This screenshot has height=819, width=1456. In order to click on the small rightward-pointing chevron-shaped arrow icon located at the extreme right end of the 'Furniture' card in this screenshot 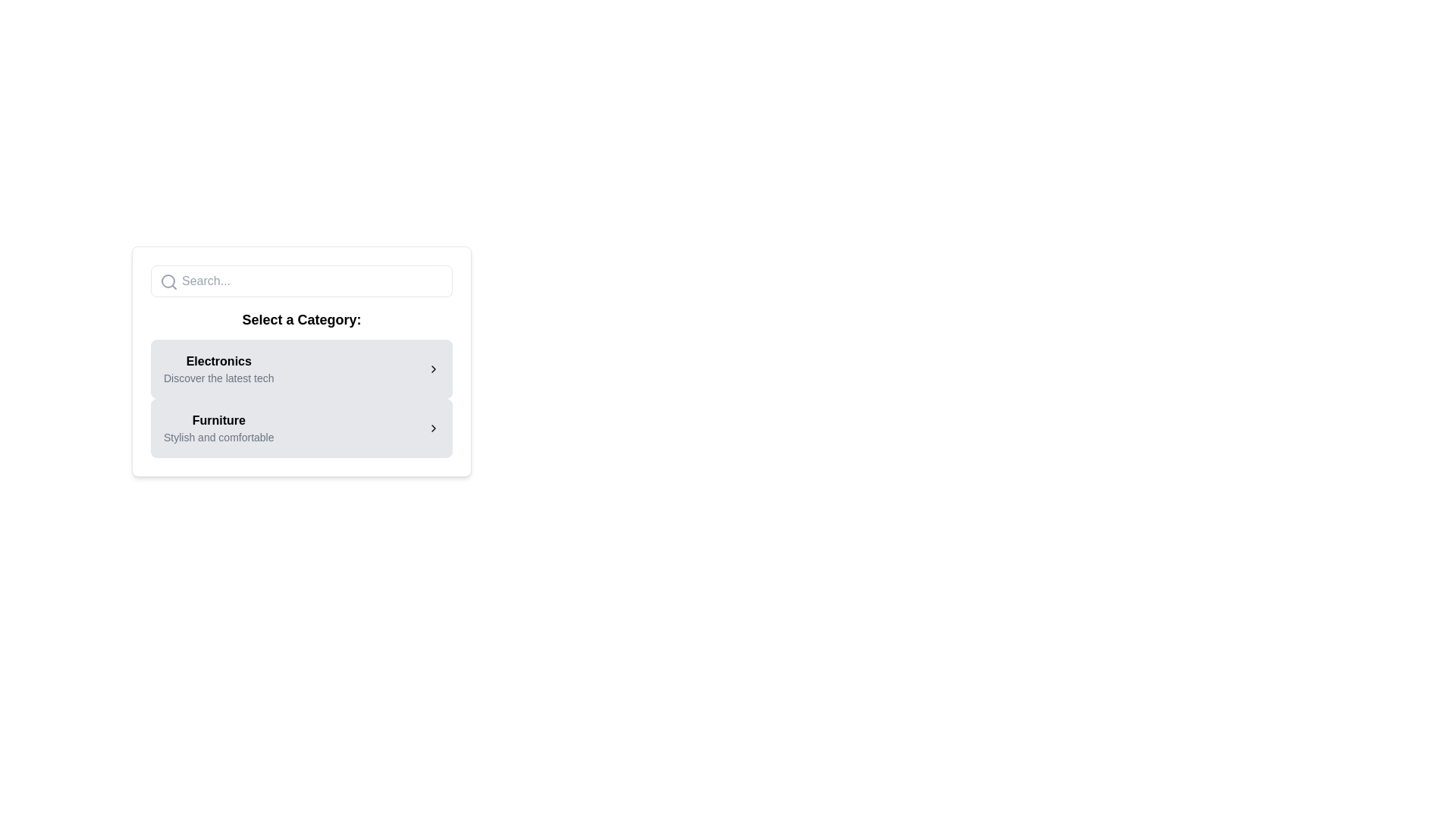, I will do `click(432, 428)`.